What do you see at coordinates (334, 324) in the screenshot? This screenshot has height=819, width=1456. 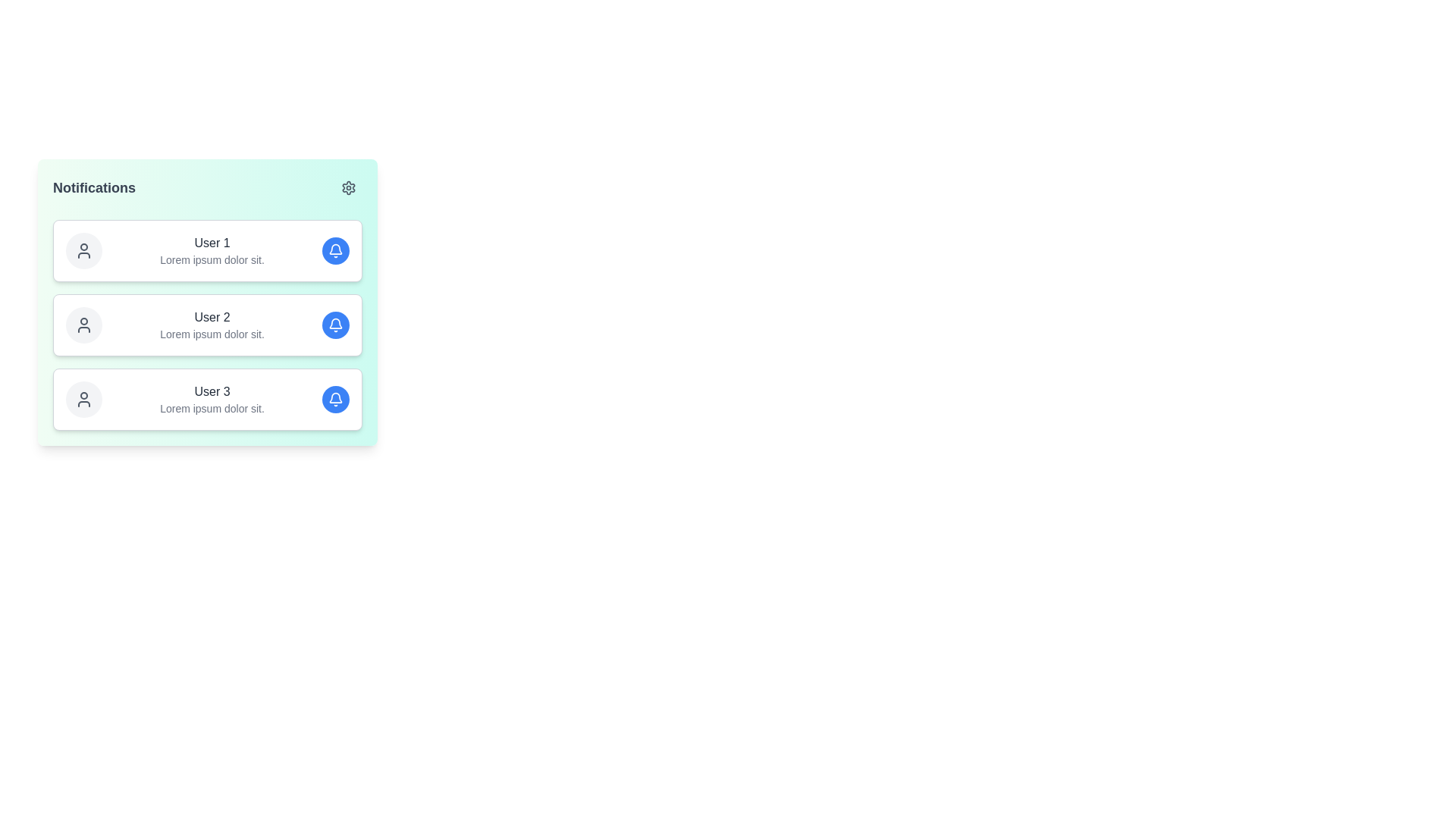 I see `the bell icon that symbolizes notifications, located in the second item of a vertically arranged list, positioned to the far right of the user's name and message preview` at bounding box center [334, 324].